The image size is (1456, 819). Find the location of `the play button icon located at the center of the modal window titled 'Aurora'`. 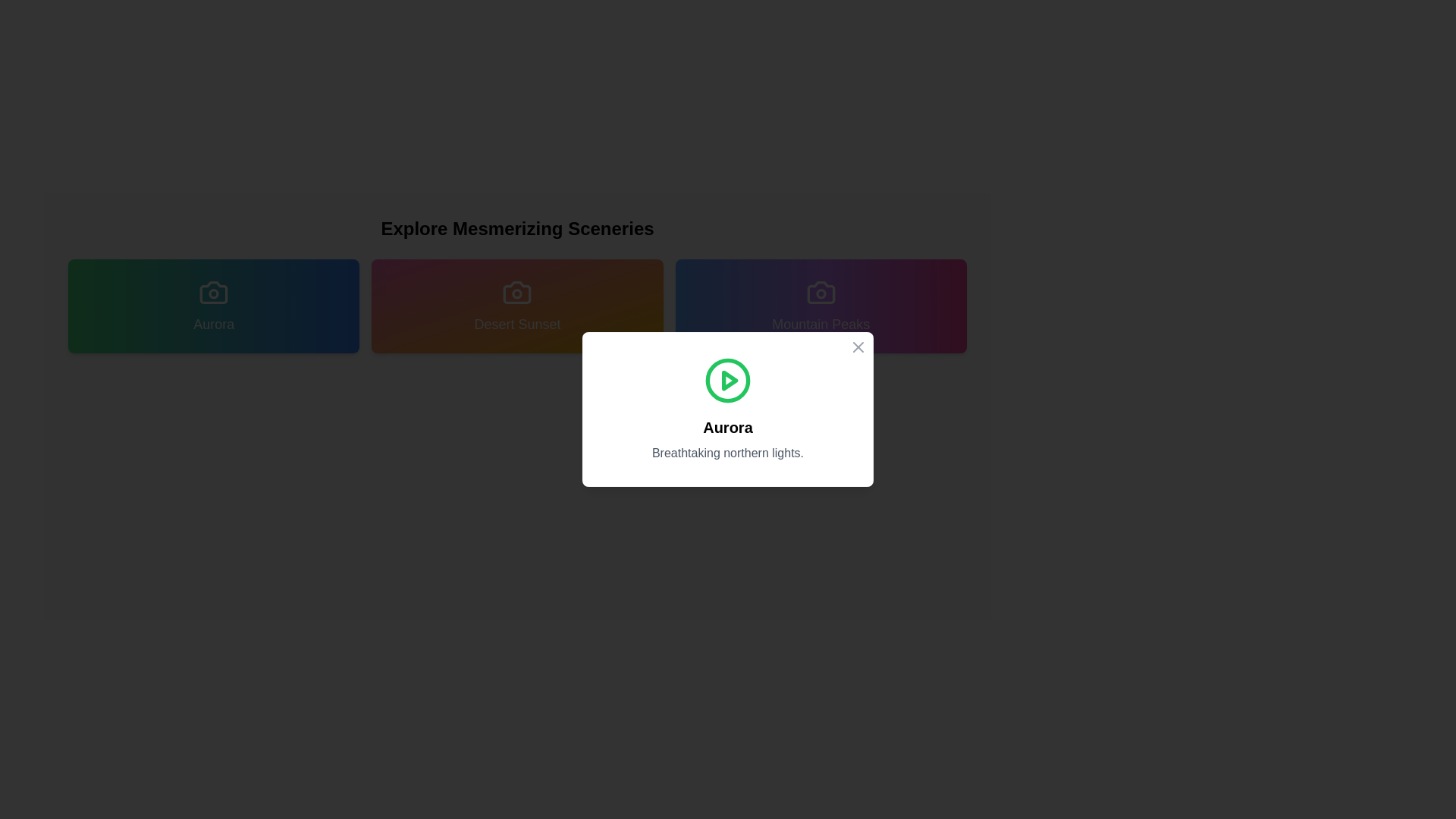

the play button icon located at the center of the modal window titled 'Aurora' is located at coordinates (730, 379).